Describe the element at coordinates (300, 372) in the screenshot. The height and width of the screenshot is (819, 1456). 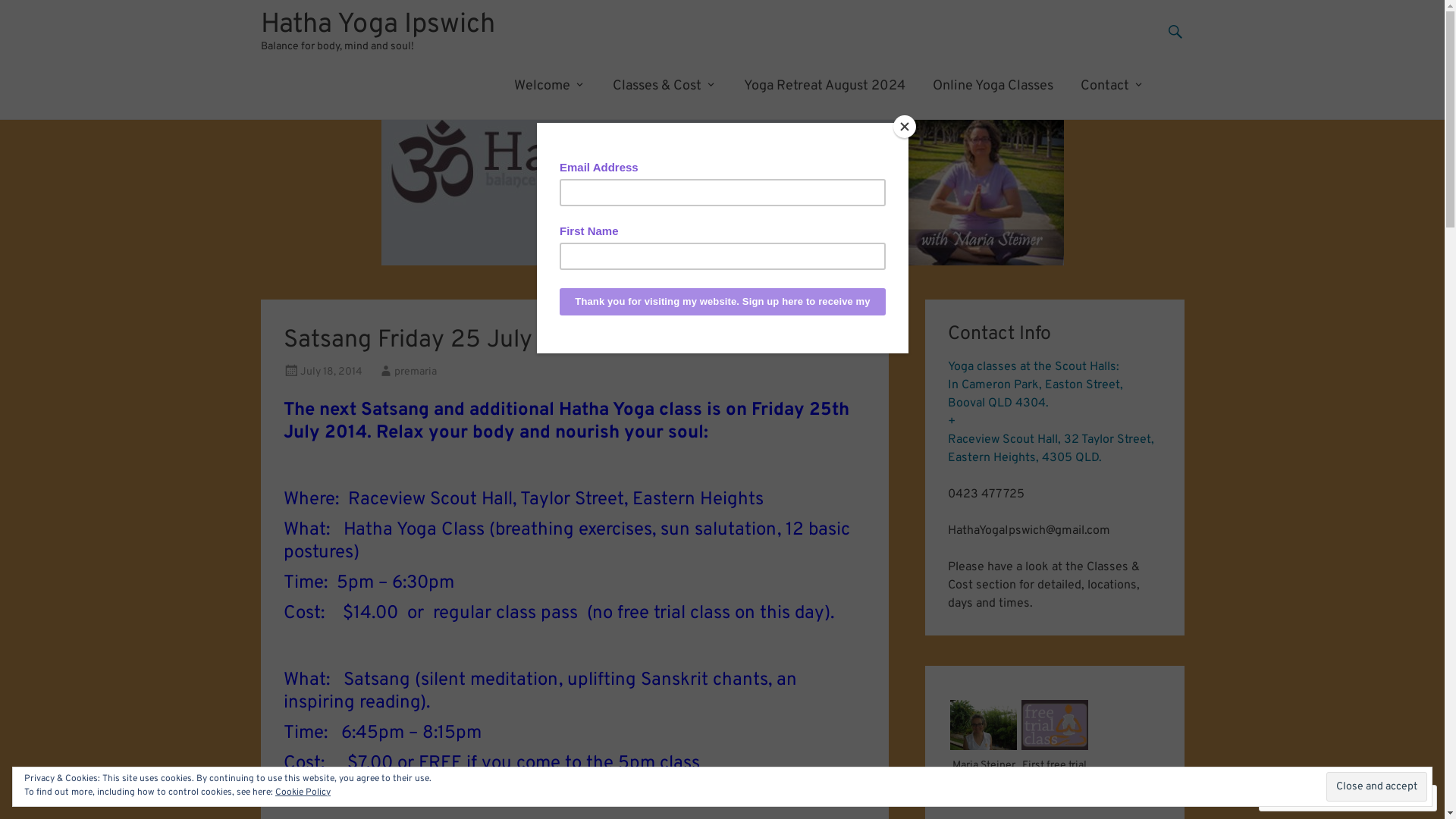
I see `'July 18, 2014'` at that location.